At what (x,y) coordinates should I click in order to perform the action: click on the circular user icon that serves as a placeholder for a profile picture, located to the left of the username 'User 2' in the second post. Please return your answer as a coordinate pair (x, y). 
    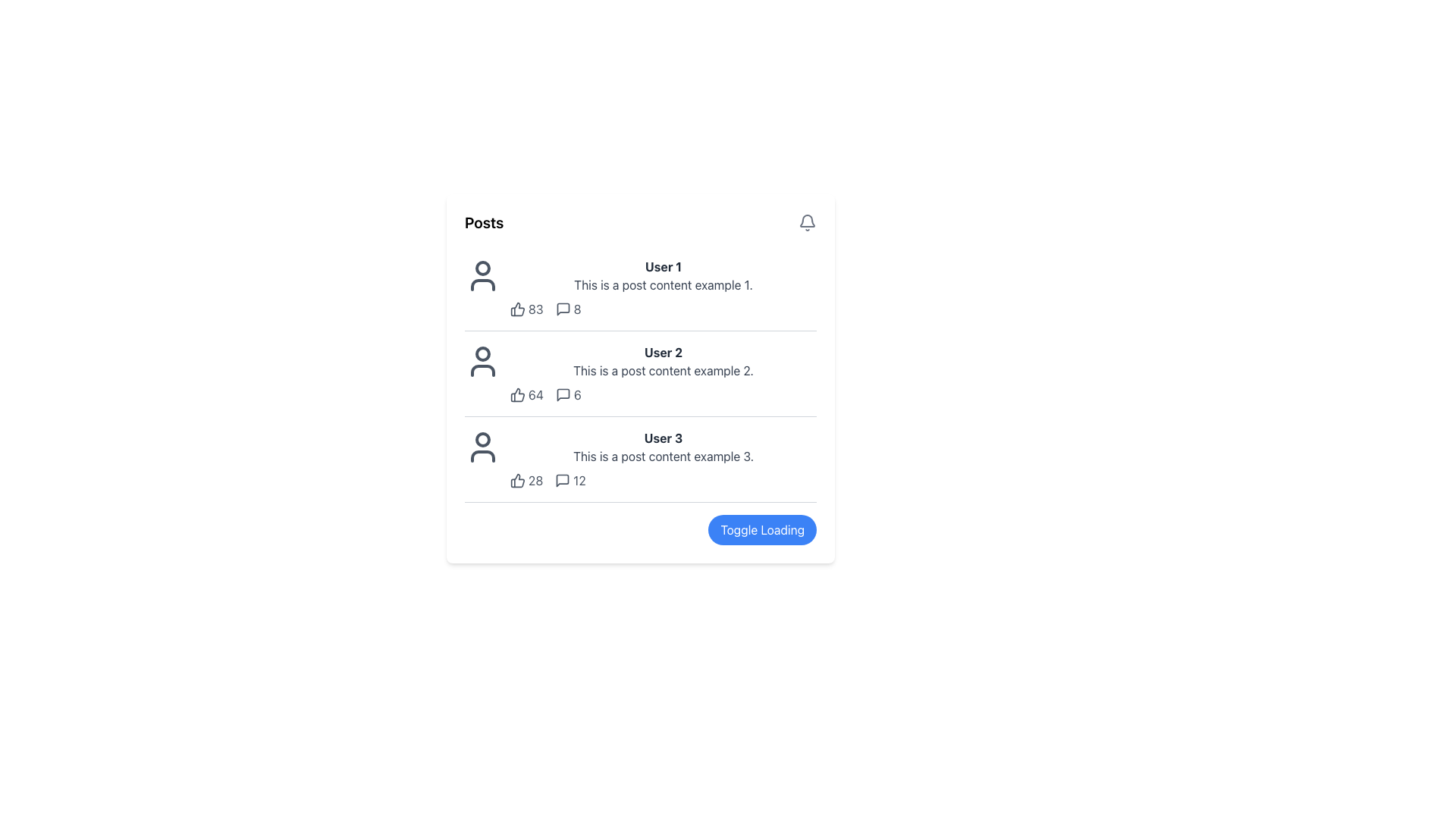
    Looking at the image, I should click on (482, 362).